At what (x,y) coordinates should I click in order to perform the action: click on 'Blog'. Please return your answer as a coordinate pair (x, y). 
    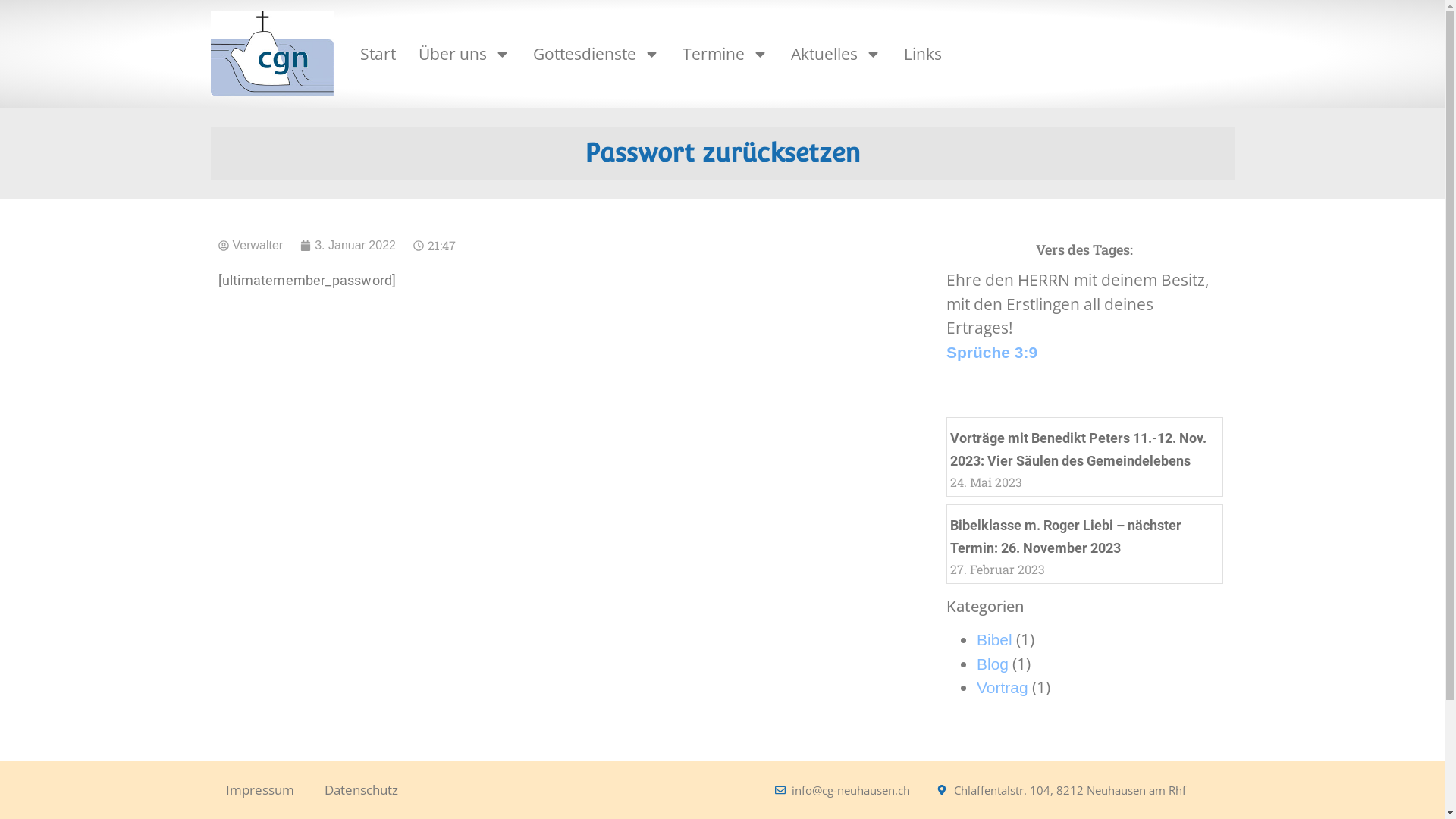
    Looking at the image, I should click on (993, 663).